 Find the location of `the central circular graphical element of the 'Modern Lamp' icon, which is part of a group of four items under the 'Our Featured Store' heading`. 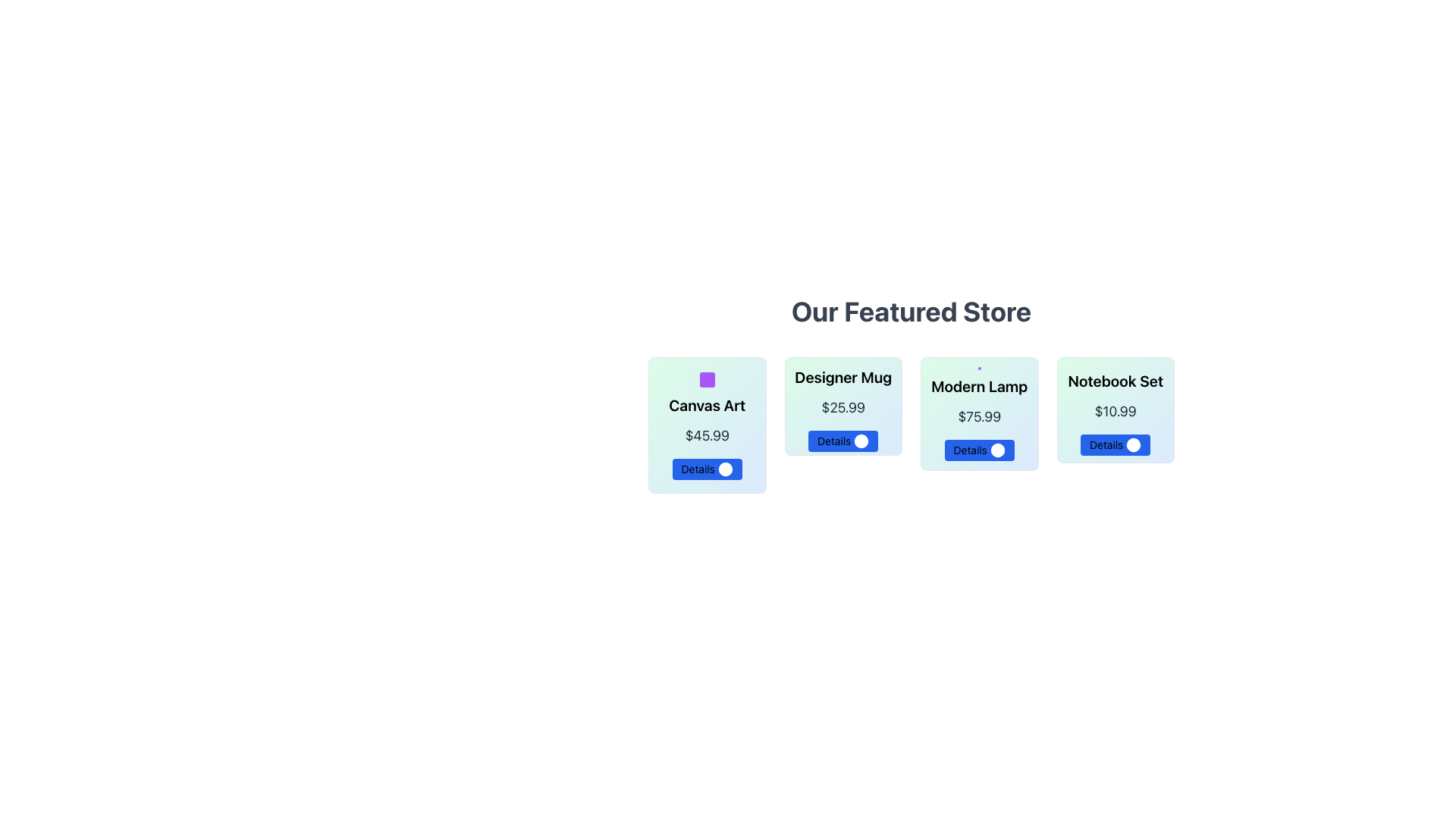

the central circular graphical element of the 'Modern Lamp' icon, which is part of a group of four items under the 'Our Featured Store' heading is located at coordinates (997, 450).